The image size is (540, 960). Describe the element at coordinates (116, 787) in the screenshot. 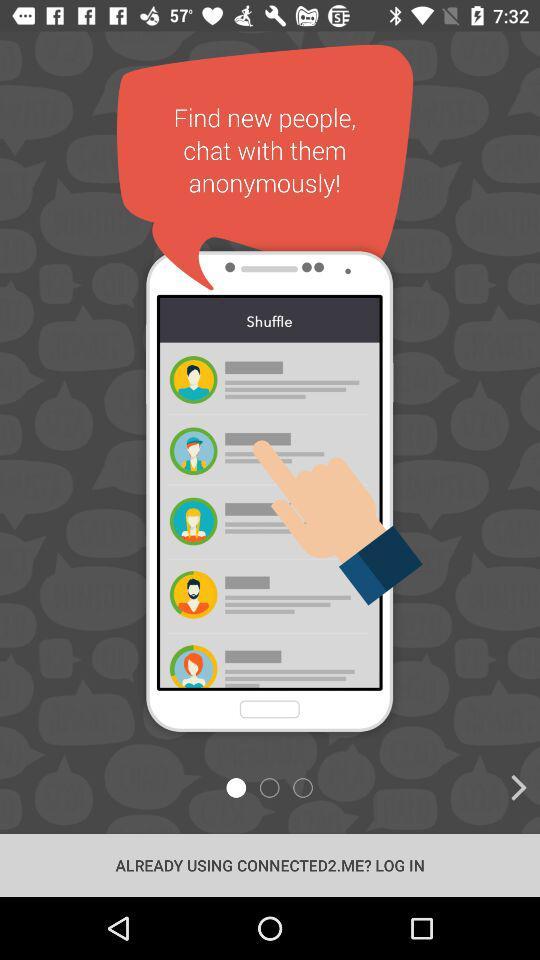

I see `the star icon` at that location.